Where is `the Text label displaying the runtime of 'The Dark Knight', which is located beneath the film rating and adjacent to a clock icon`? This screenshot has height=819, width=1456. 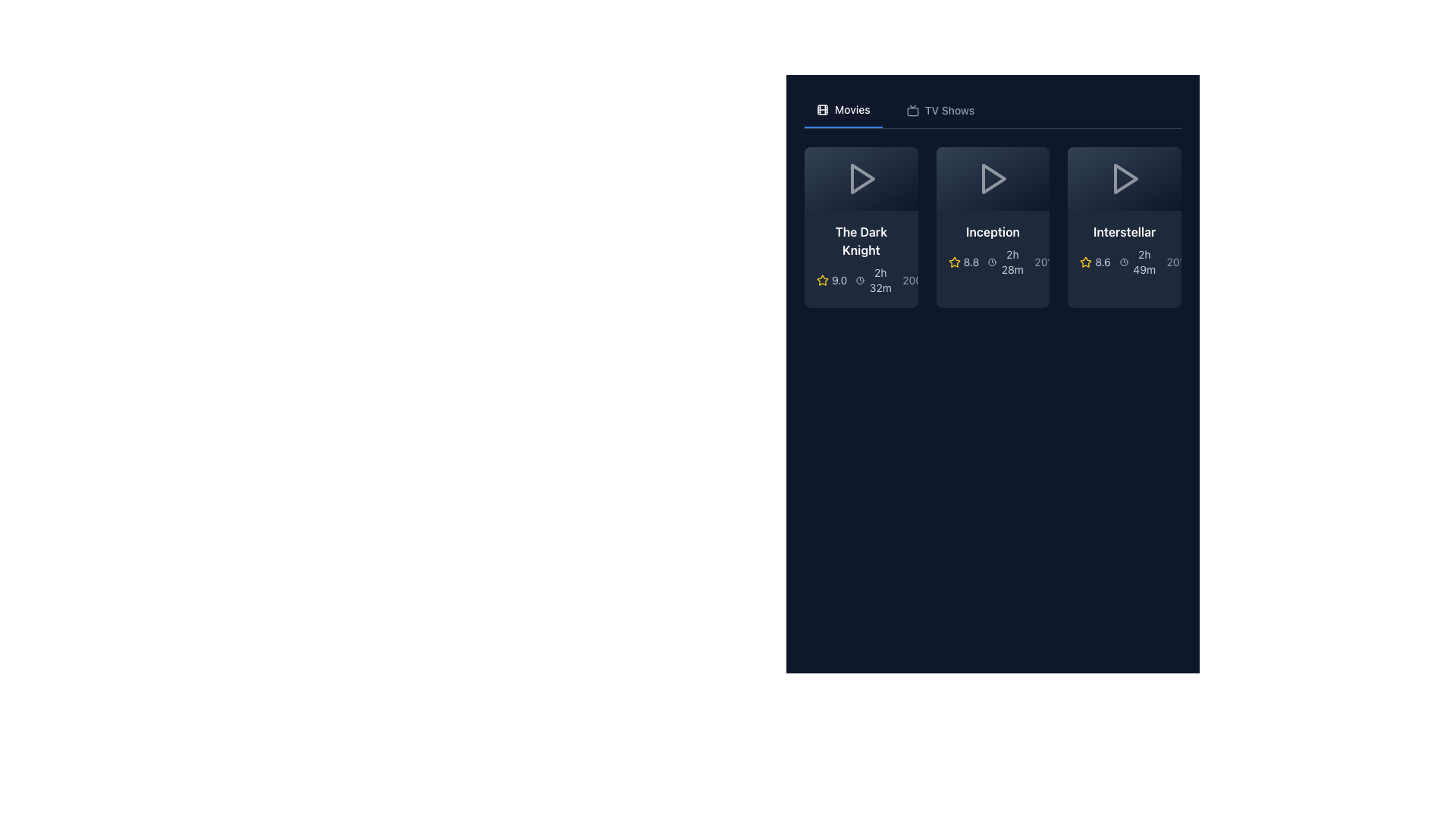
the Text label displaying the runtime of 'The Dark Knight', which is located beneath the film rating and adjacent to a clock icon is located at coordinates (880, 281).